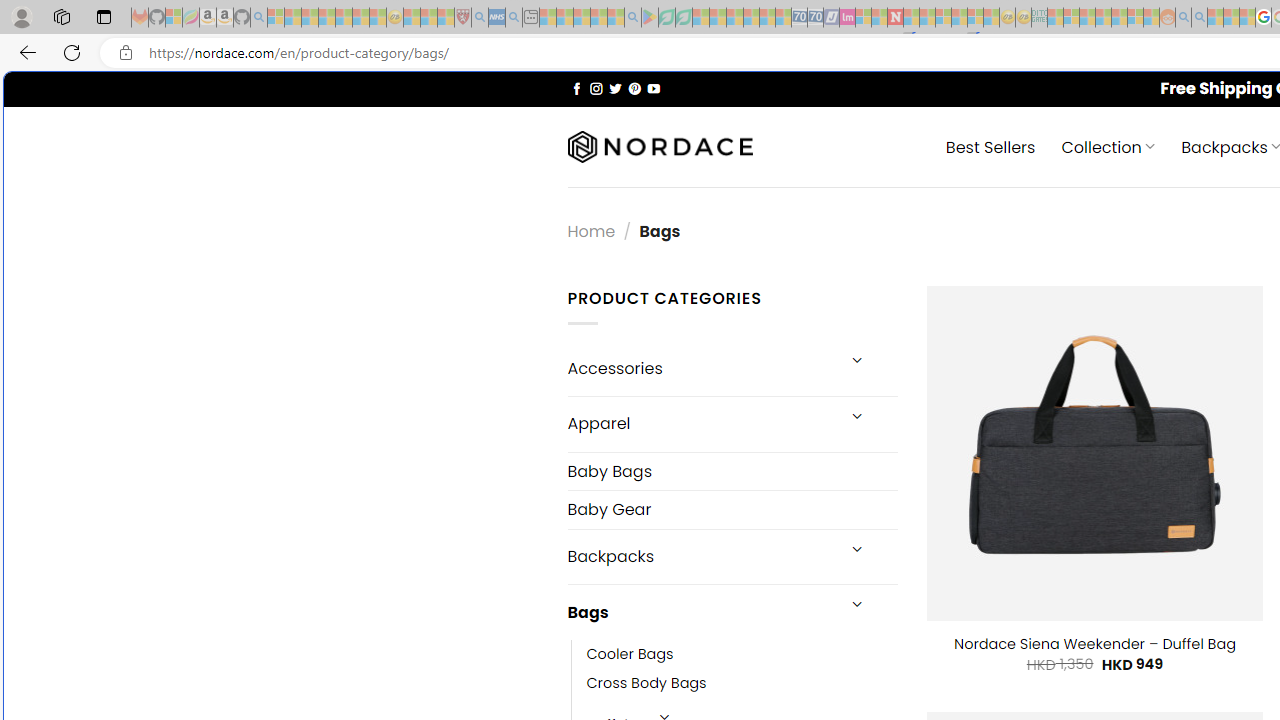 This screenshot has height=720, width=1280. What do you see at coordinates (700, 612) in the screenshot?
I see `'Bags'` at bounding box center [700, 612].